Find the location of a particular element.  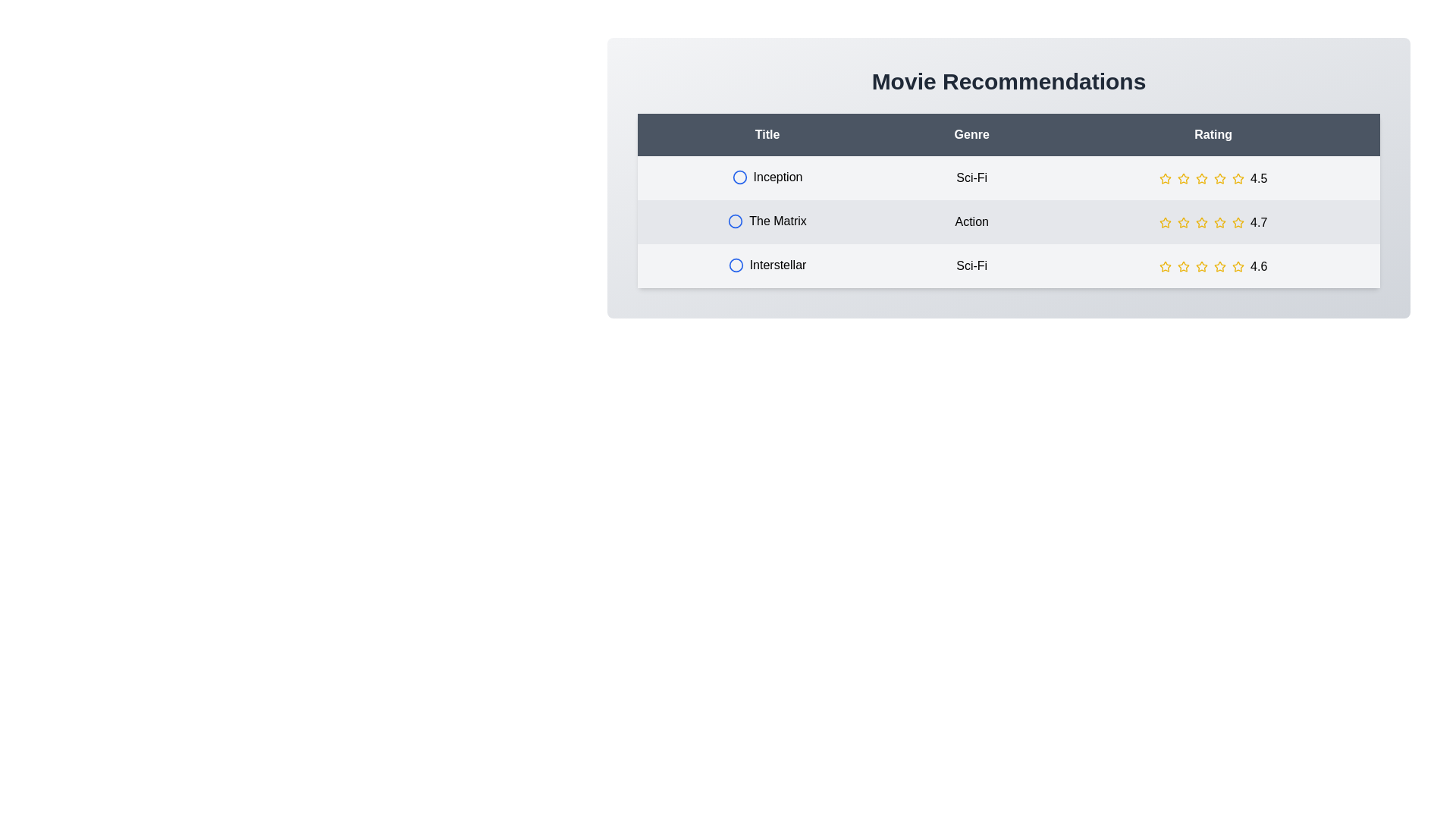

the row corresponding to Inception is located at coordinates (1009, 177).